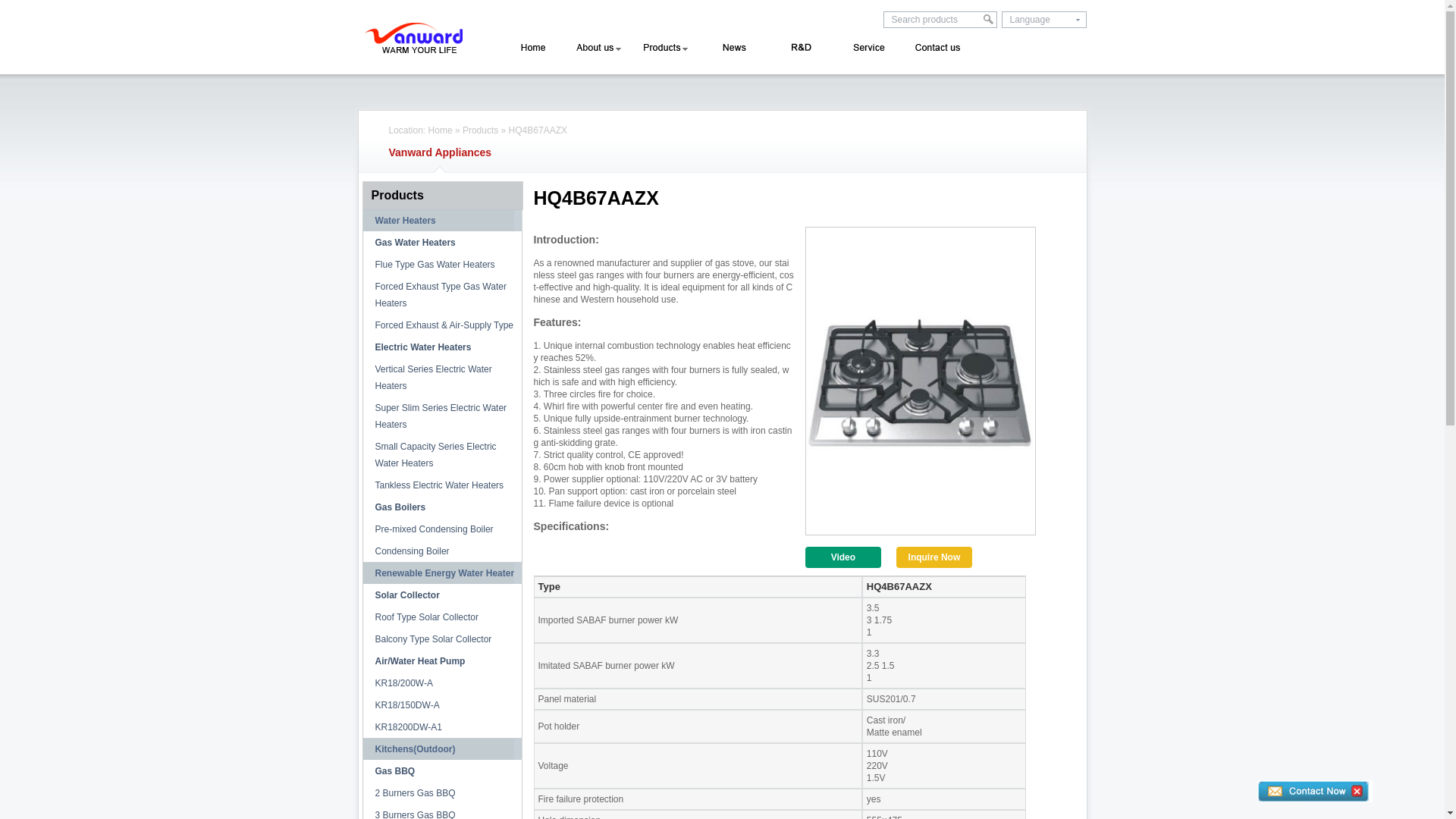 Image resolution: width=1456 pixels, height=819 pixels. What do you see at coordinates (362, 792) in the screenshot?
I see `'2 Burners Gas BBQ'` at bounding box center [362, 792].